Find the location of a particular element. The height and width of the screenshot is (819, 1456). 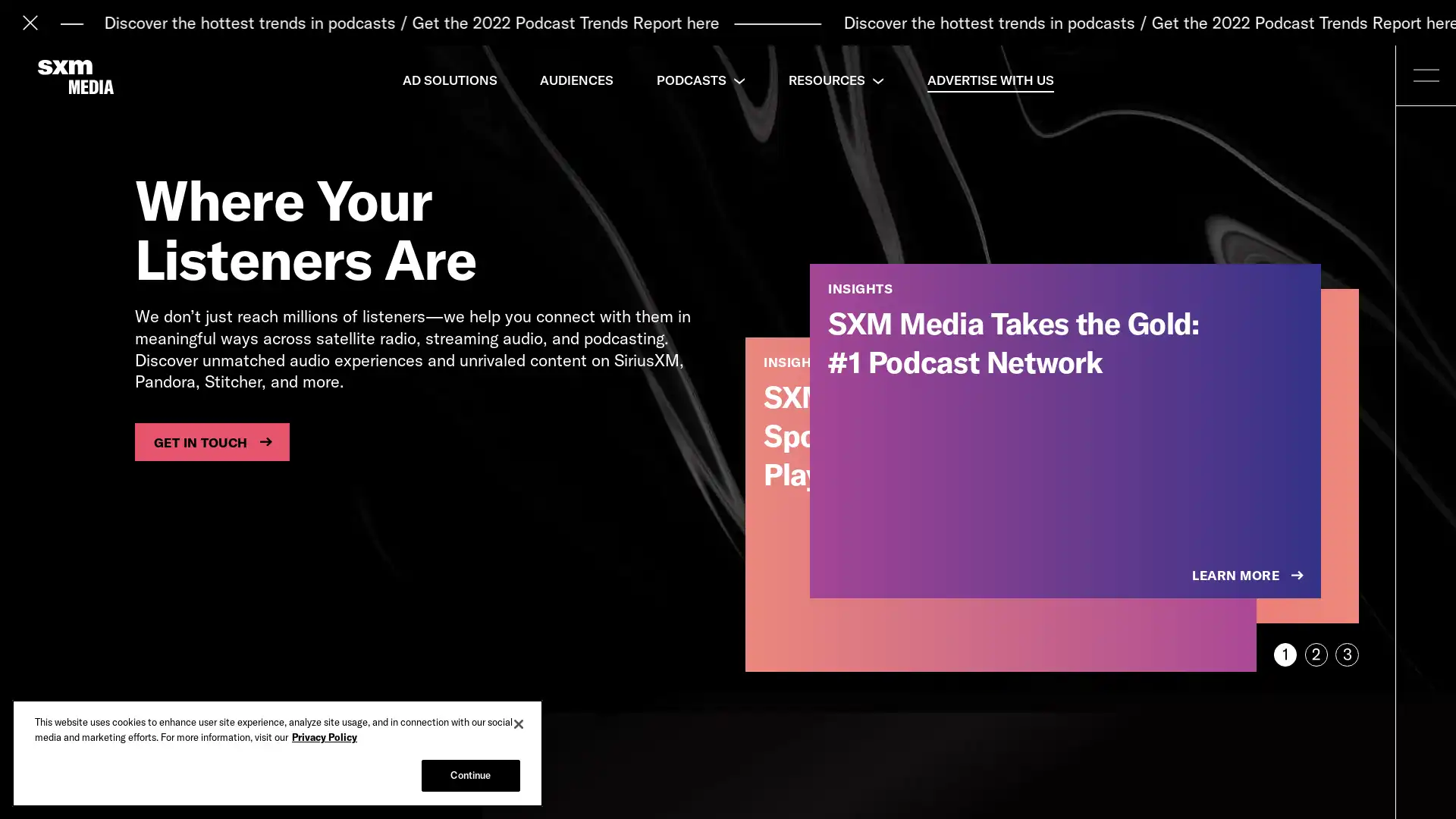

GET IN TOUCH is located at coordinates (211, 441).